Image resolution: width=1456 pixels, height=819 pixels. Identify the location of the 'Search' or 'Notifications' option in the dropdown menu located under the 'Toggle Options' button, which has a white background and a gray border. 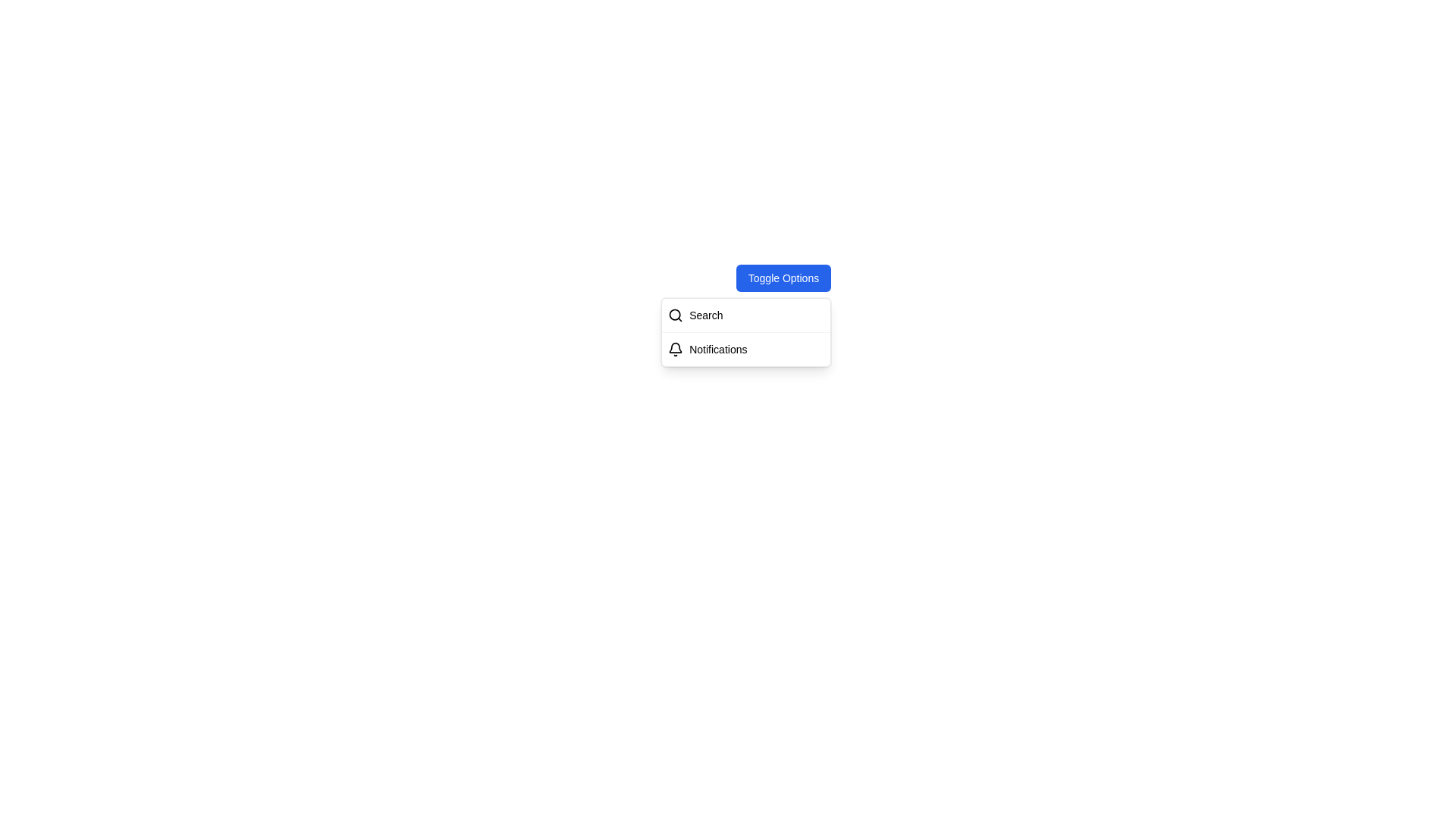
(746, 331).